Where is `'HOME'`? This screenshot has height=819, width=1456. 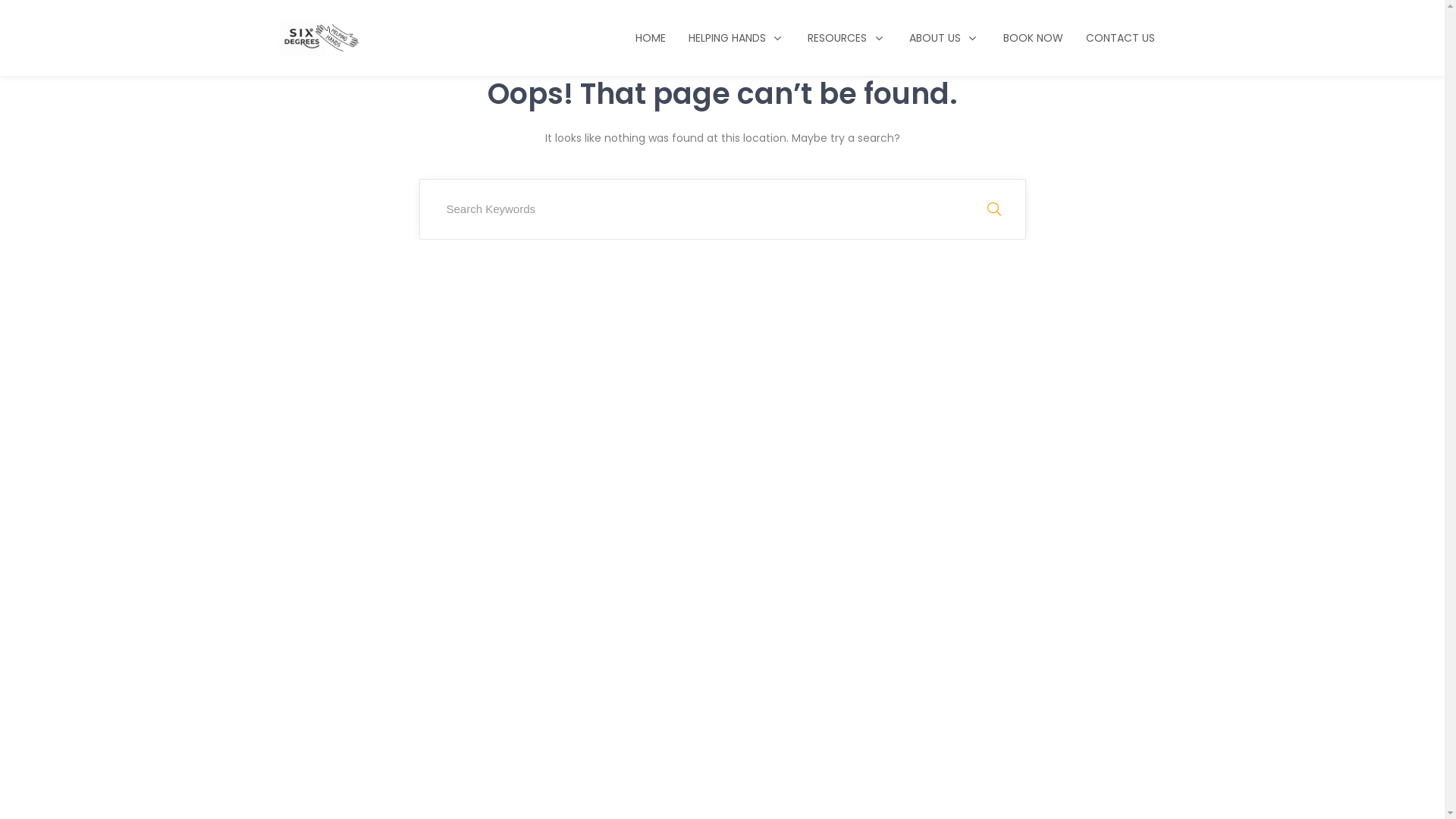
'HOME' is located at coordinates (651, 37).